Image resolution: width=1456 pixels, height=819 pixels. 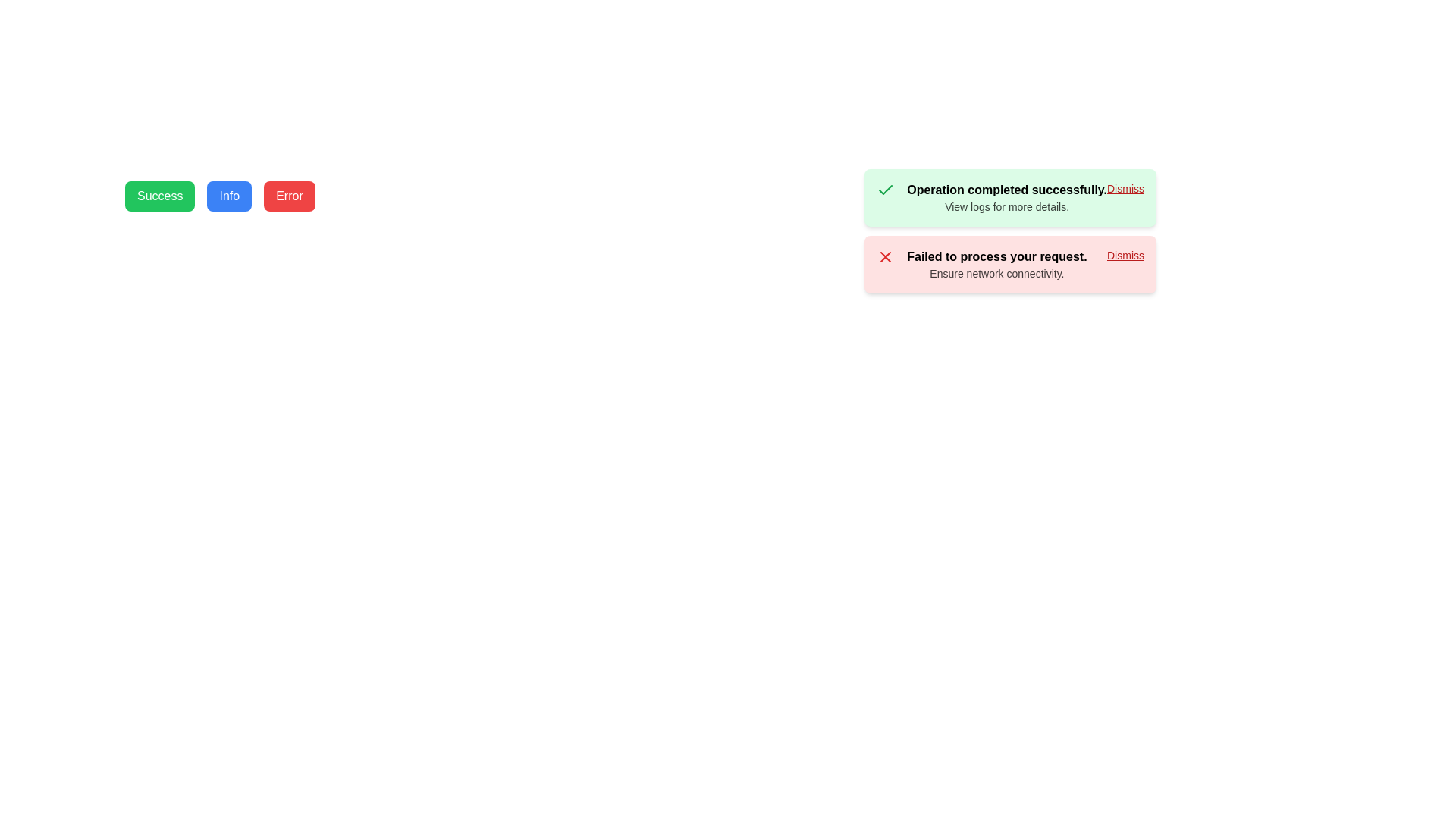 What do you see at coordinates (1007, 189) in the screenshot?
I see `text from the Text Label that indicates a successful operation, which is located at the top of a notification block with a green background` at bounding box center [1007, 189].